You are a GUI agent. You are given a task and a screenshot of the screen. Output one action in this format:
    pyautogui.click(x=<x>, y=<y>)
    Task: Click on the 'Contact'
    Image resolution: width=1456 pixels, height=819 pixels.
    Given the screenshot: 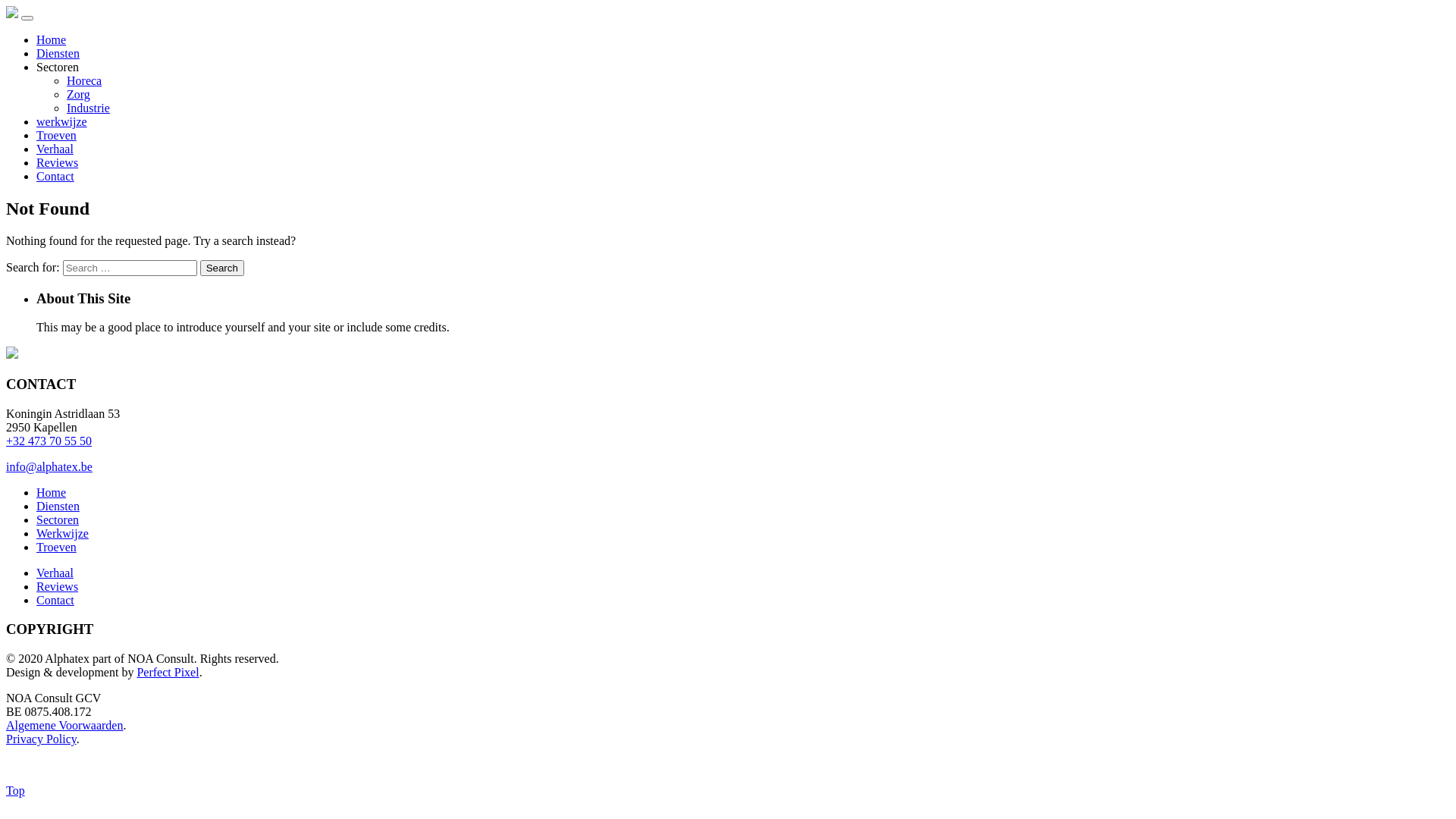 What is the action you would take?
    pyautogui.click(x=55, y=599)
    